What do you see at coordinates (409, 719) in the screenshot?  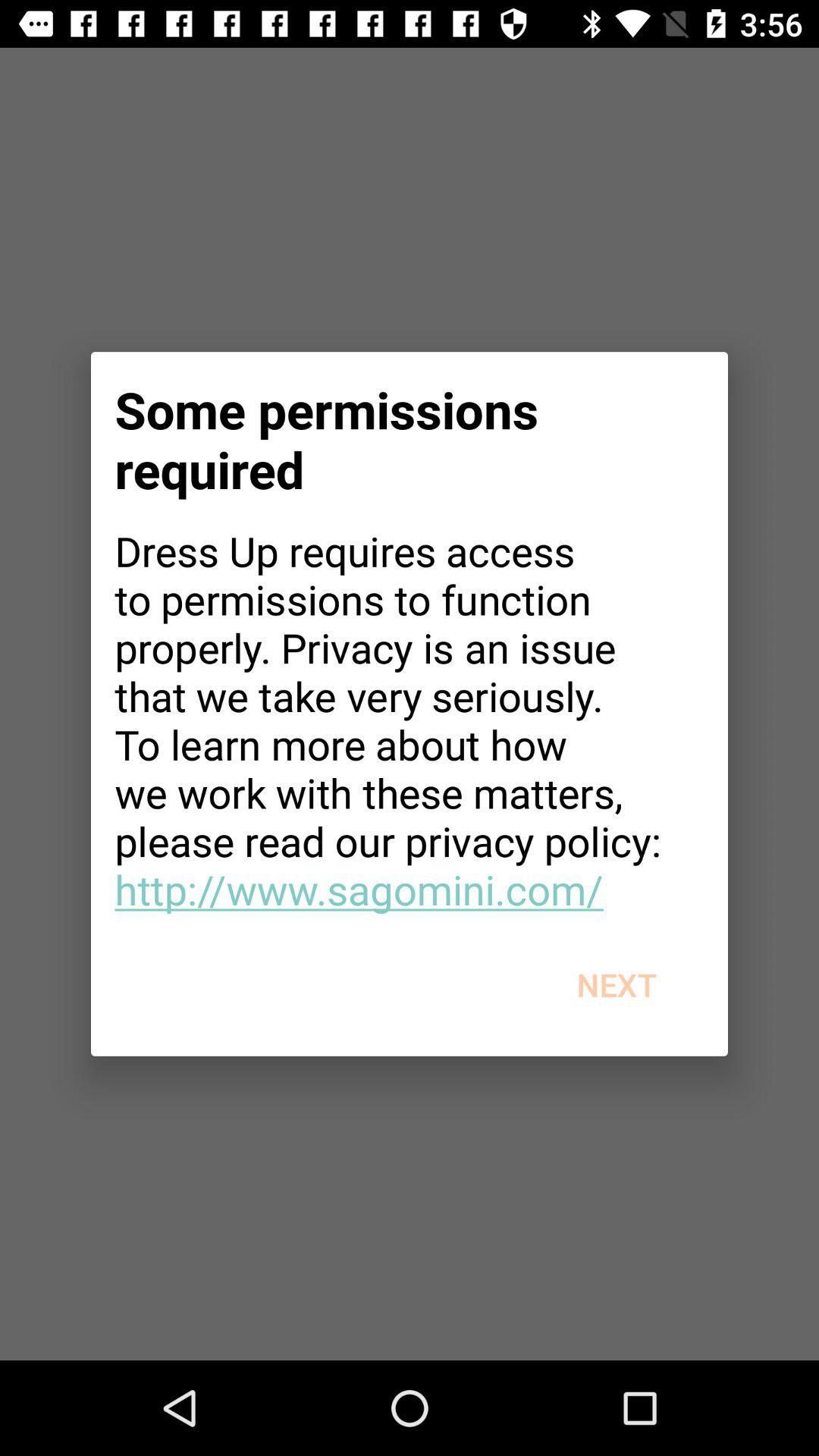 I see `icon below the some permissions required` at bounding box center [409, 719].